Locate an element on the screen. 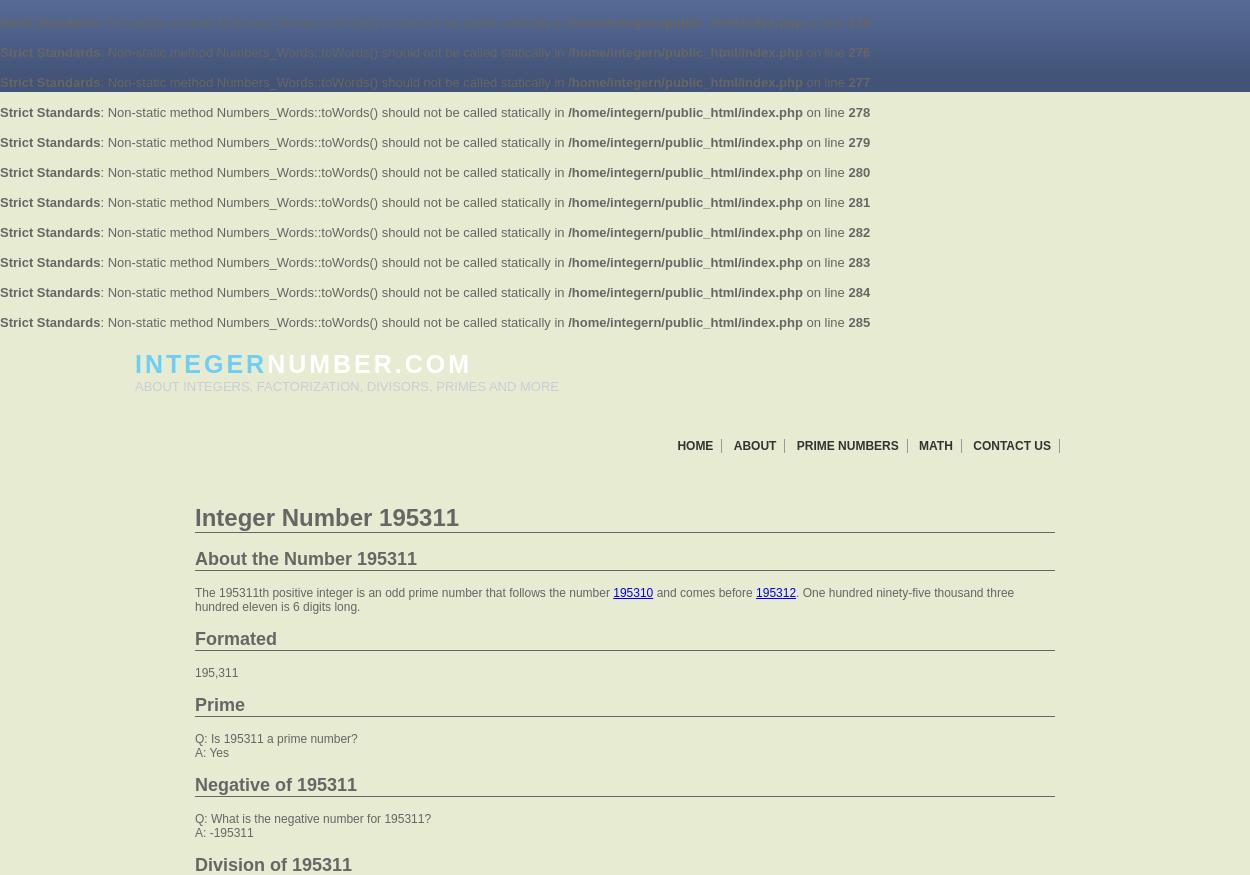 Image resolution: width=1250 pixels, height=875 pixels. '195,311' is located at coordinates (215, 671).